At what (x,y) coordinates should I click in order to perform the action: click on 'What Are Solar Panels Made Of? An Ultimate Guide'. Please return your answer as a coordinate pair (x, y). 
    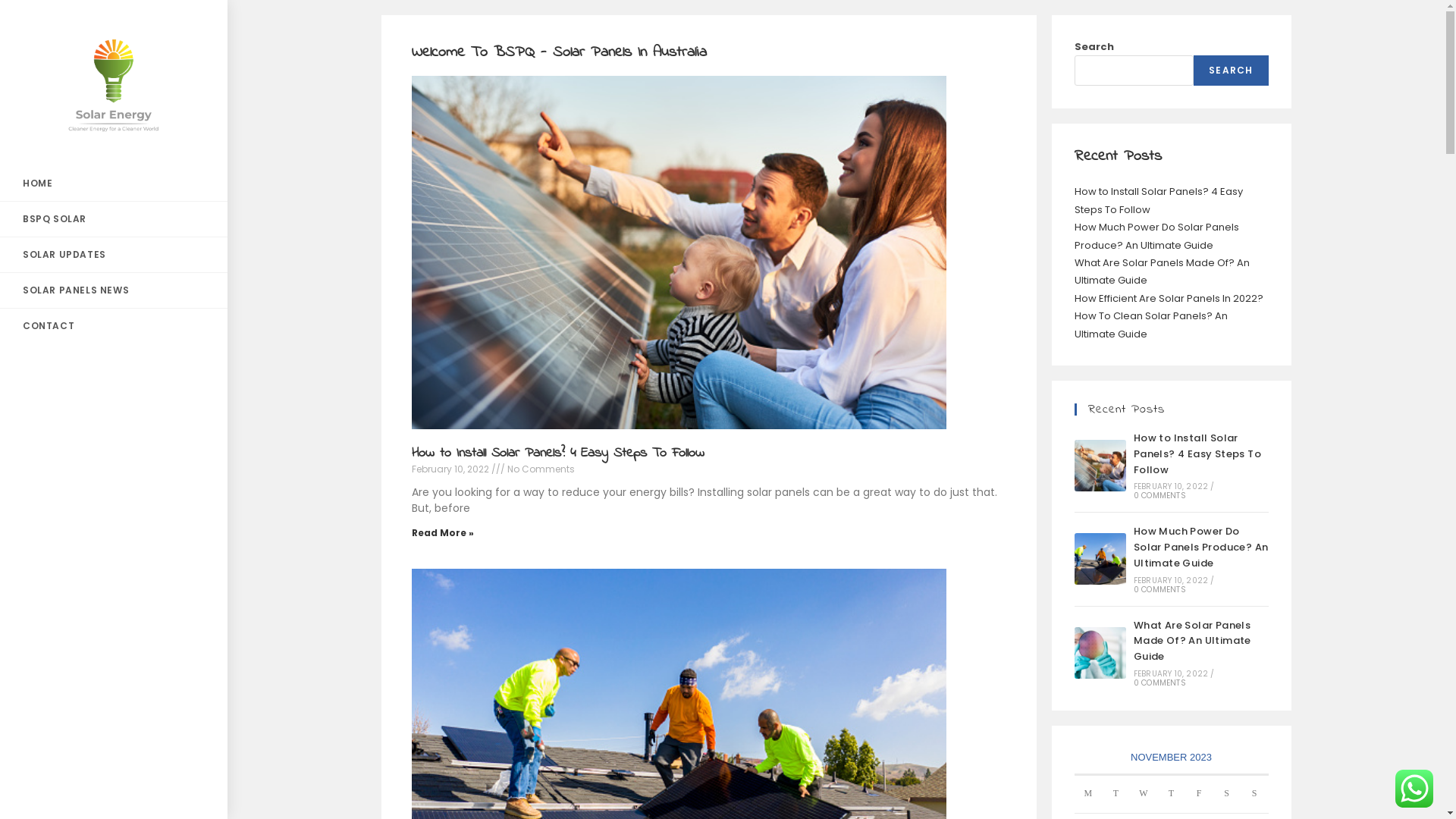
    Looking at the image, I should click on (1099, 651).